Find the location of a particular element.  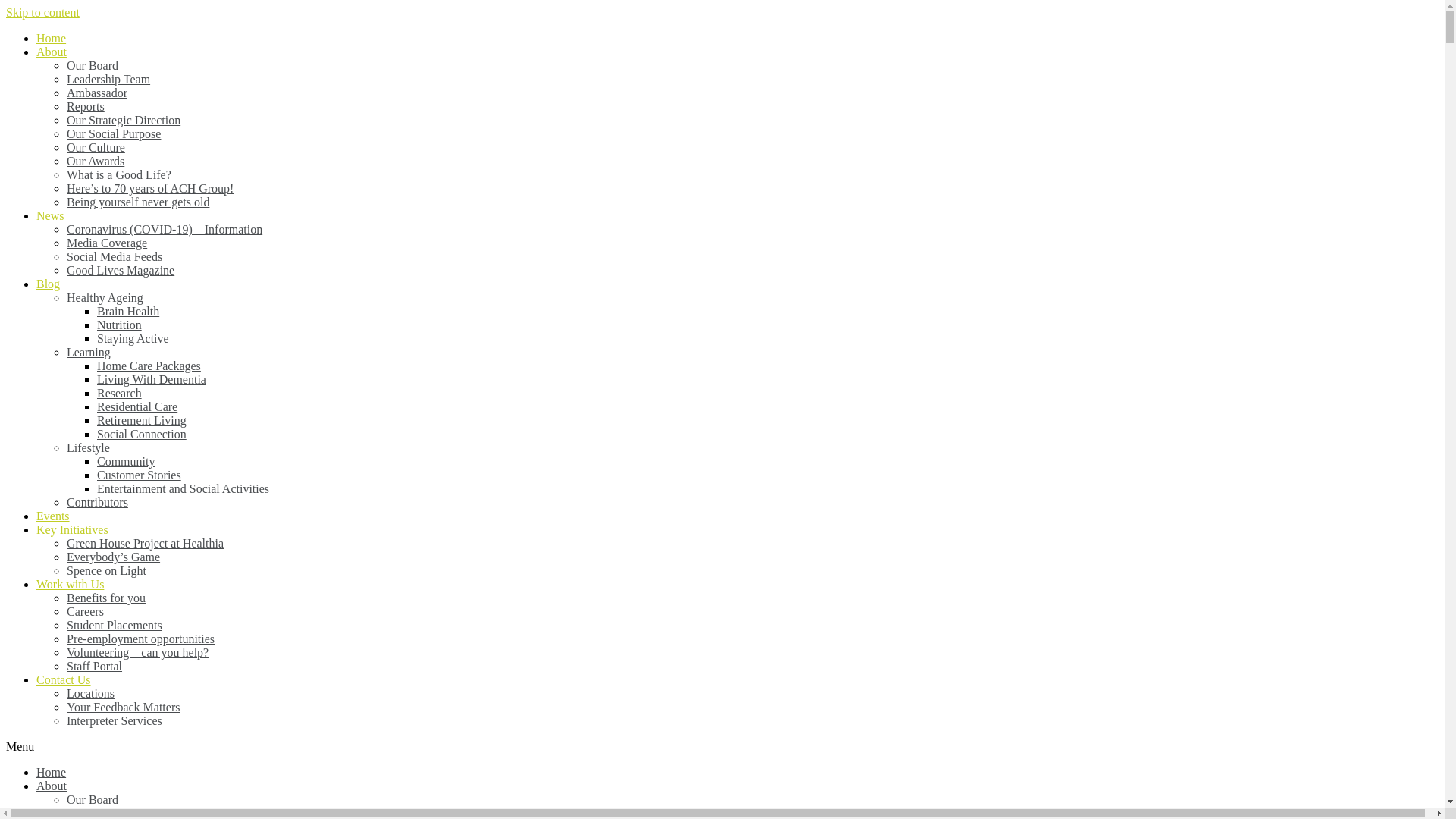

'Contact Us' is located at coordinates (36, 679).